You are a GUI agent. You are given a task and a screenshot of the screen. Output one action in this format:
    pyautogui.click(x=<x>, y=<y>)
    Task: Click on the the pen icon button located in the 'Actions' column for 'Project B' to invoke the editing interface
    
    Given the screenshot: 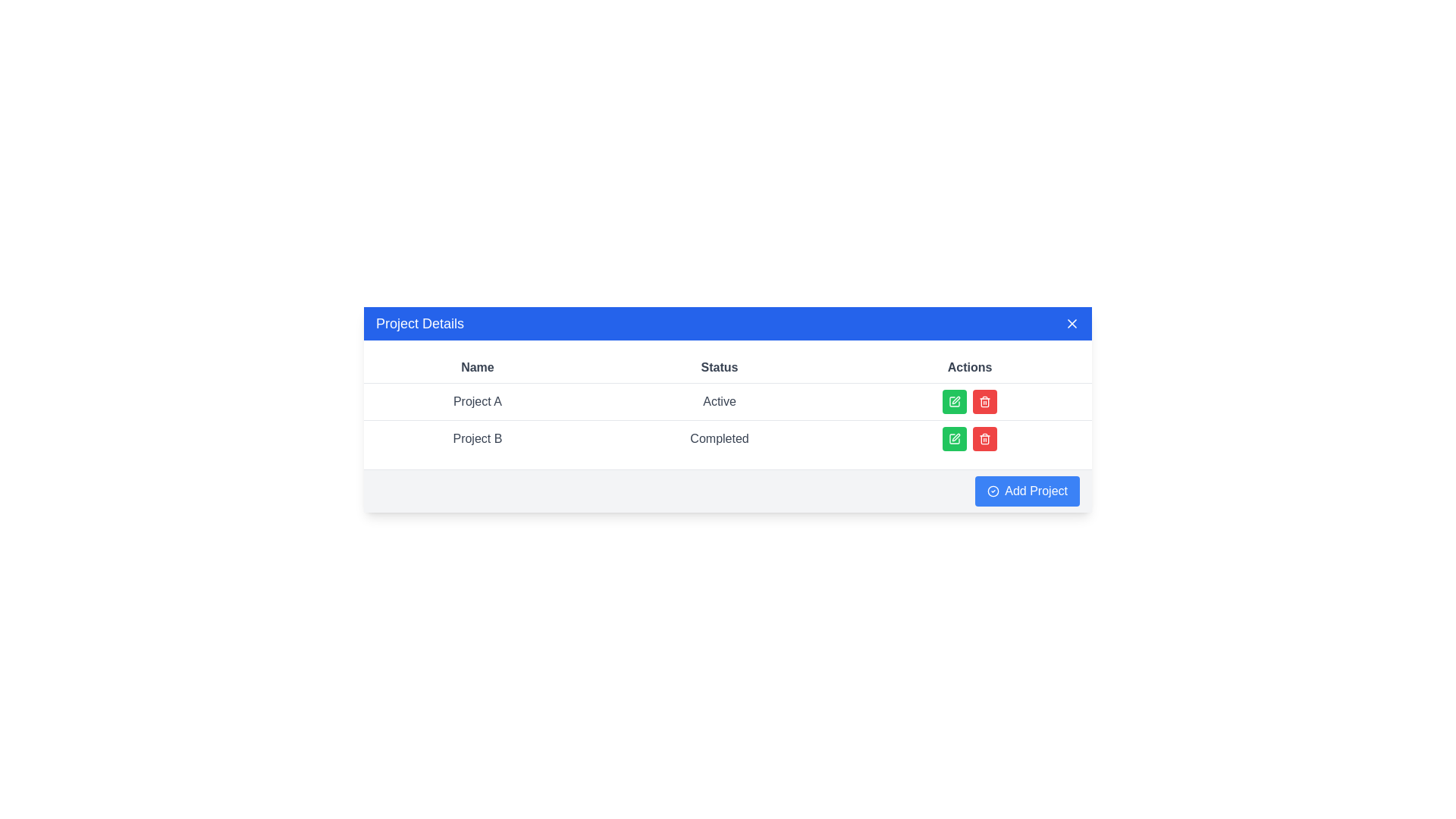 What is the action you would take?
    pyautogui.click(x=953, y=438)
    